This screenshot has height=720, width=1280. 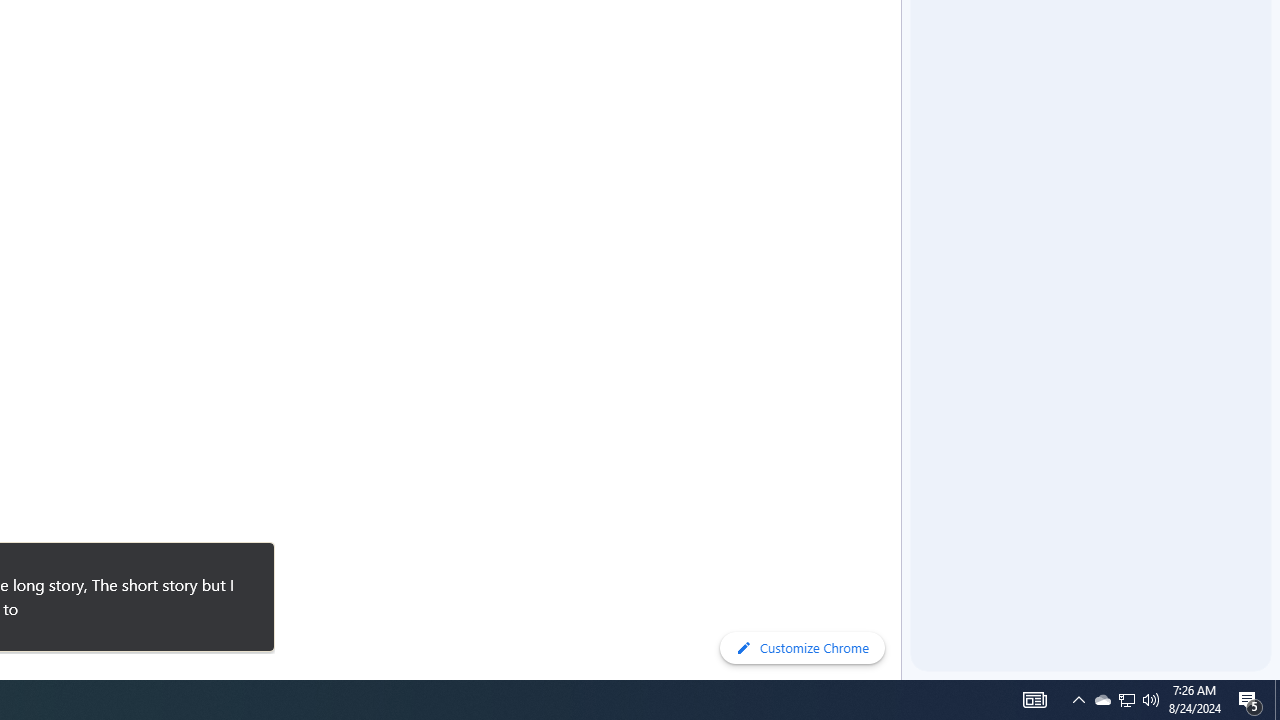 I want to click on 'Customize Chrome', so click(x=801, y=648).